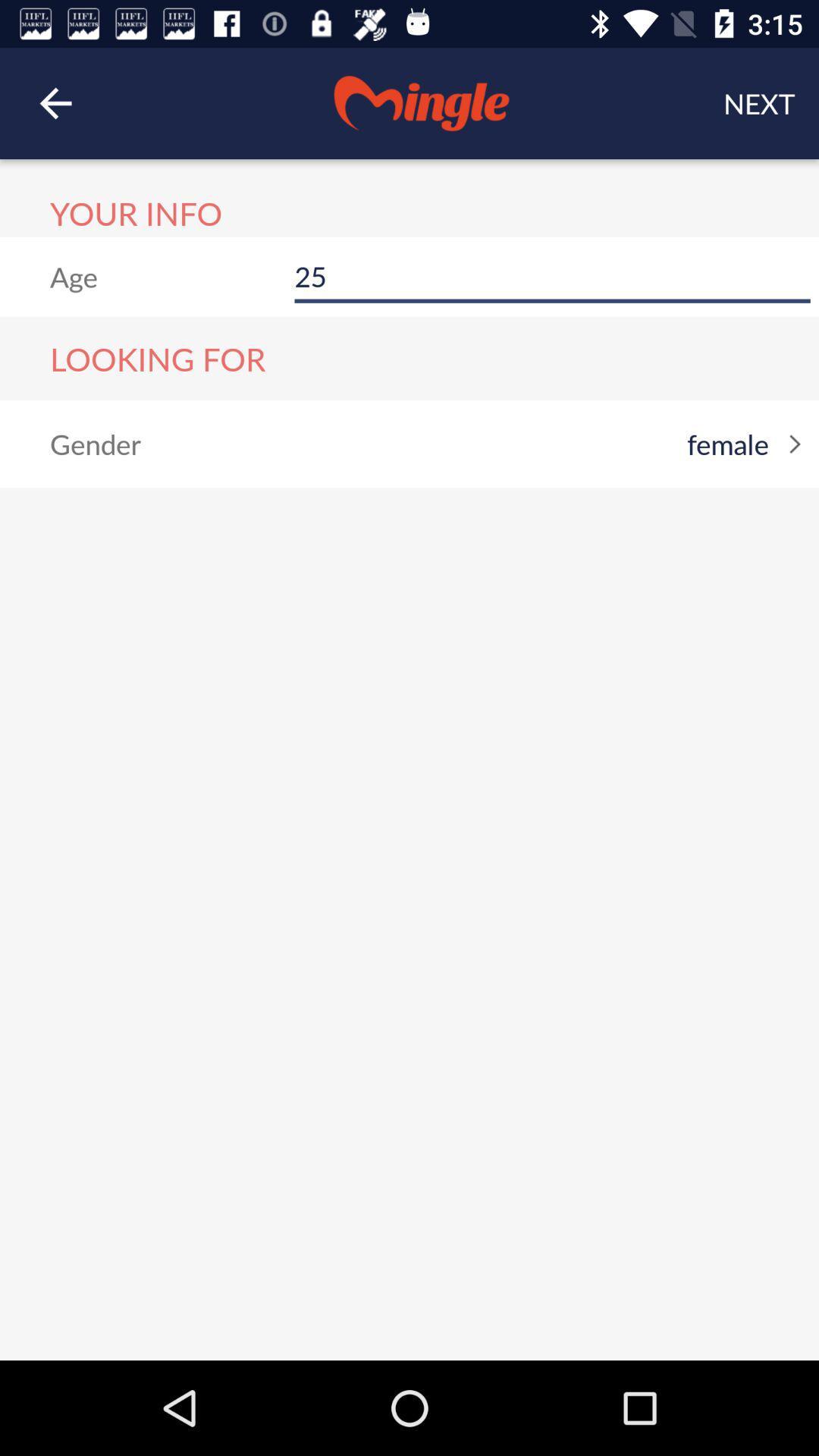 The height and width of the screenshot is (1456, 819). Describe the element at coordinates (55, 102) in the screenshot. I see `item above the your info icon` at that location.